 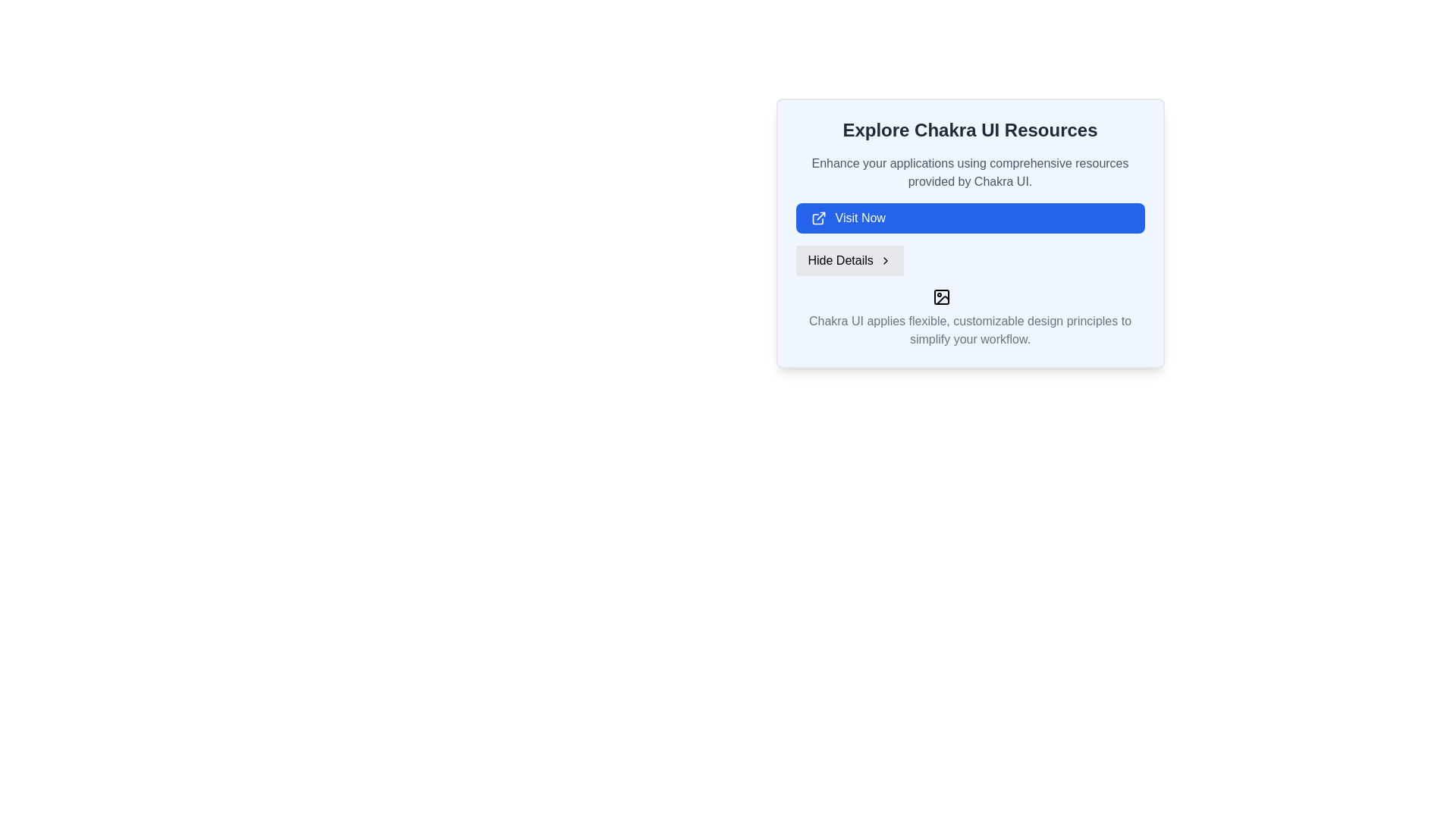 What do you see at coordinates (817, 218) in the screenshot?
I see `the icon located to the left of the 'Visit Now' text inside the button` at bounding box center [817, 218].